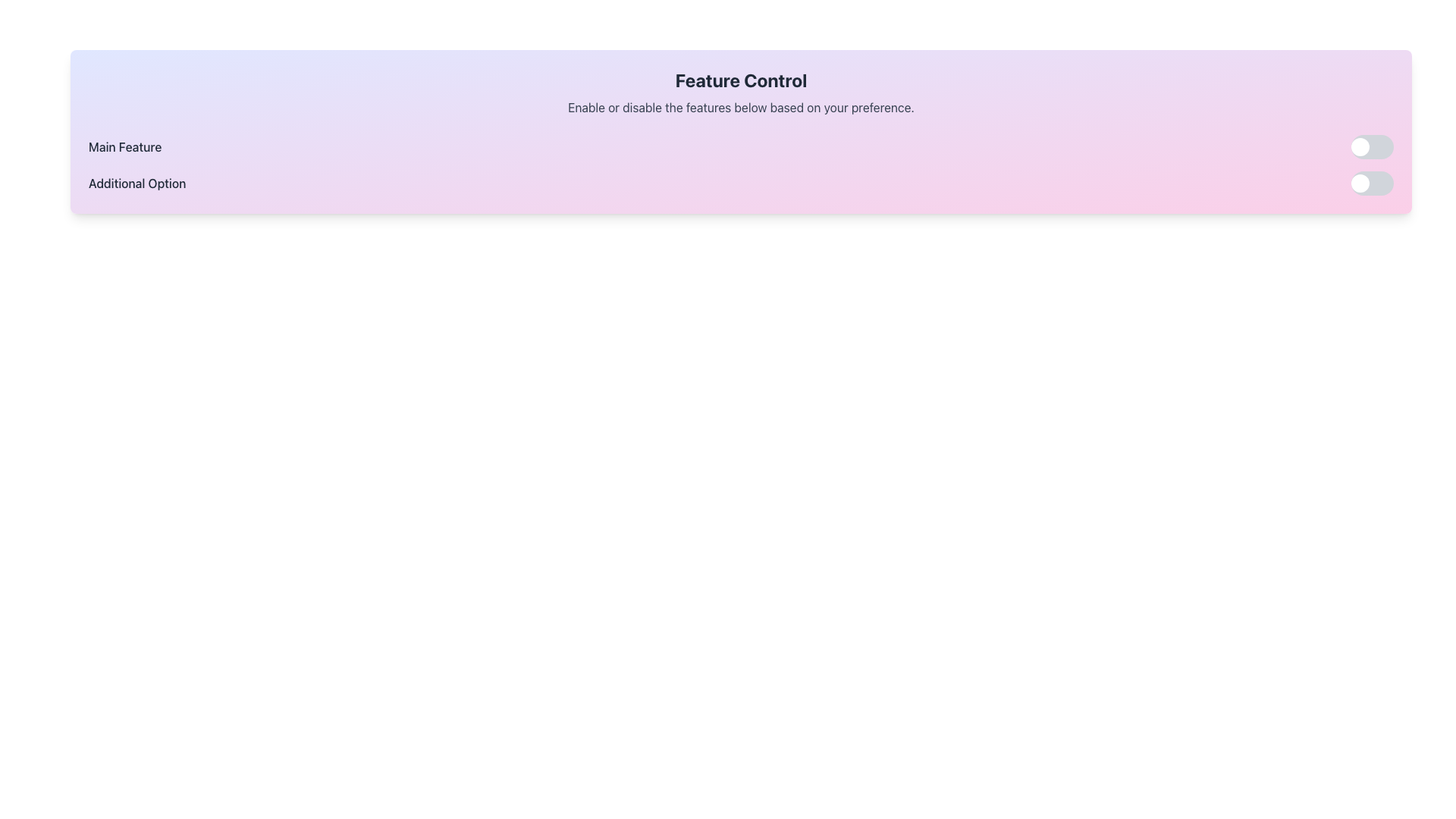  What do you see at coordinates (741, 107) in the screenshot?
I see `the static text element that provides instructions about the functionality of the settings, located directly below the 'Feature Control' heading` at bounding box center [741, 107].